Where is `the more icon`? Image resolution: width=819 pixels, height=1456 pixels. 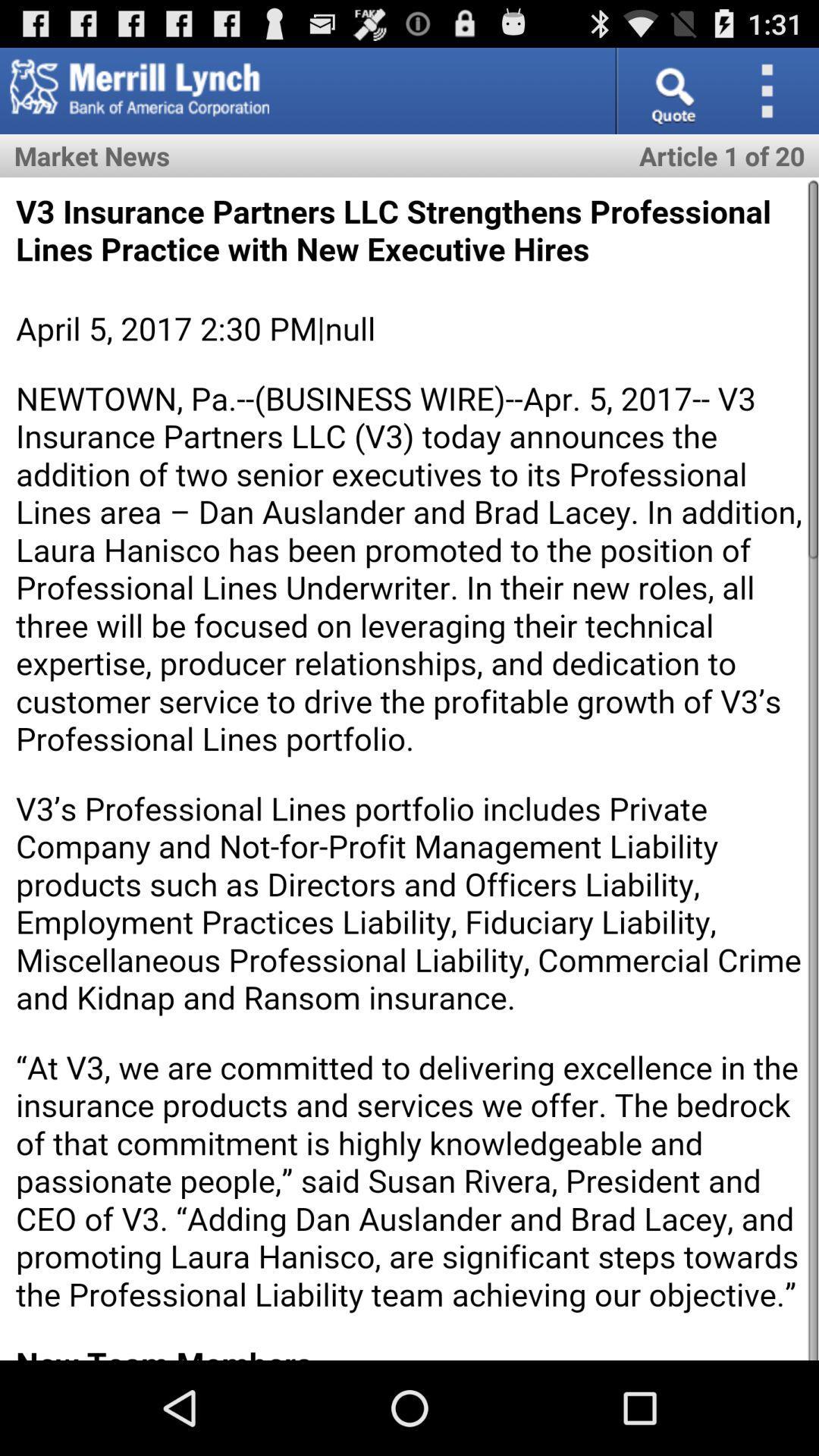
the more icon is located at coordinates (772, 96).